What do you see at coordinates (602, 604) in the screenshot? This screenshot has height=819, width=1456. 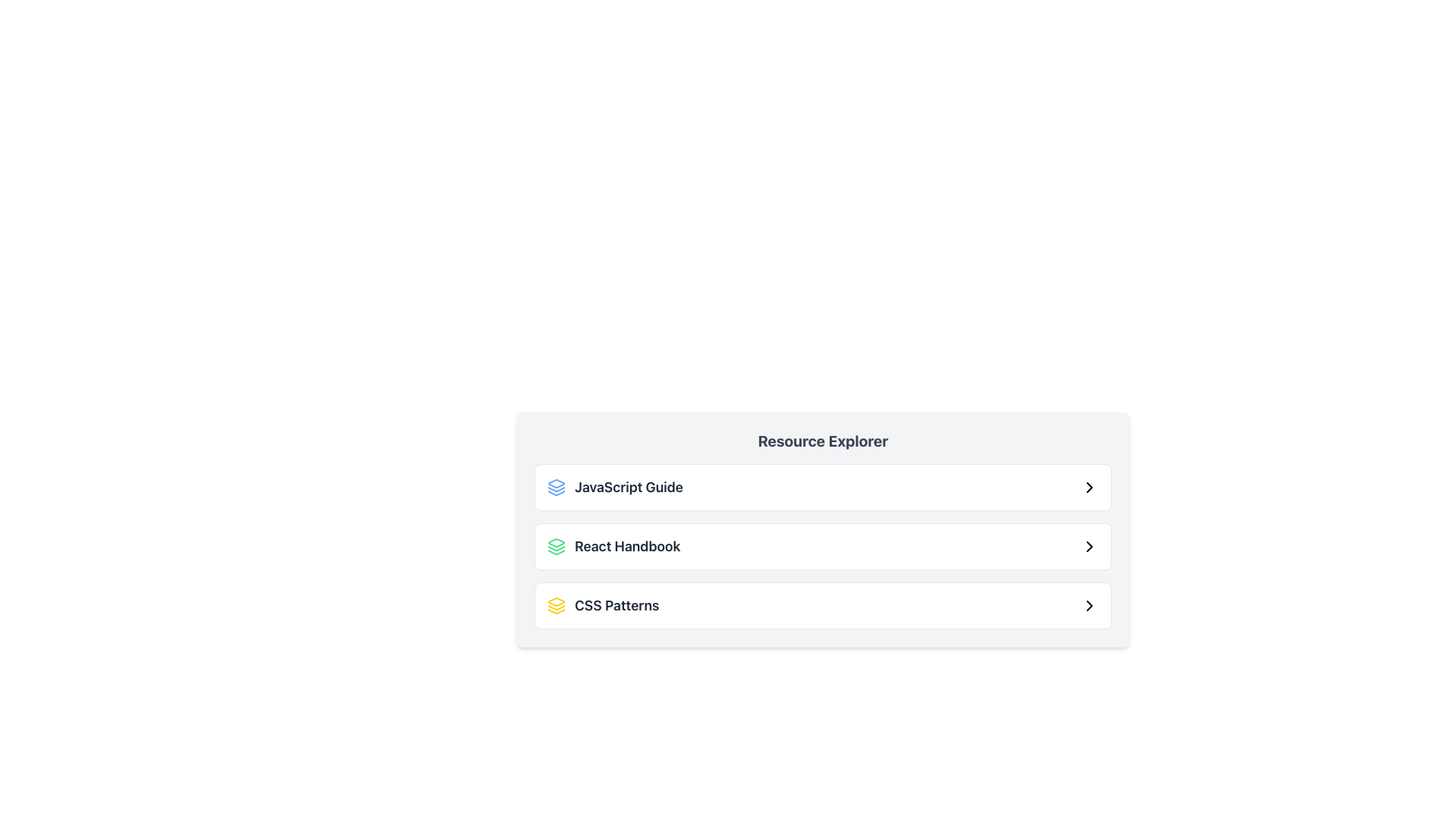 I see `the 'CSS Patterns' list item` at bounding box center [602, 604].